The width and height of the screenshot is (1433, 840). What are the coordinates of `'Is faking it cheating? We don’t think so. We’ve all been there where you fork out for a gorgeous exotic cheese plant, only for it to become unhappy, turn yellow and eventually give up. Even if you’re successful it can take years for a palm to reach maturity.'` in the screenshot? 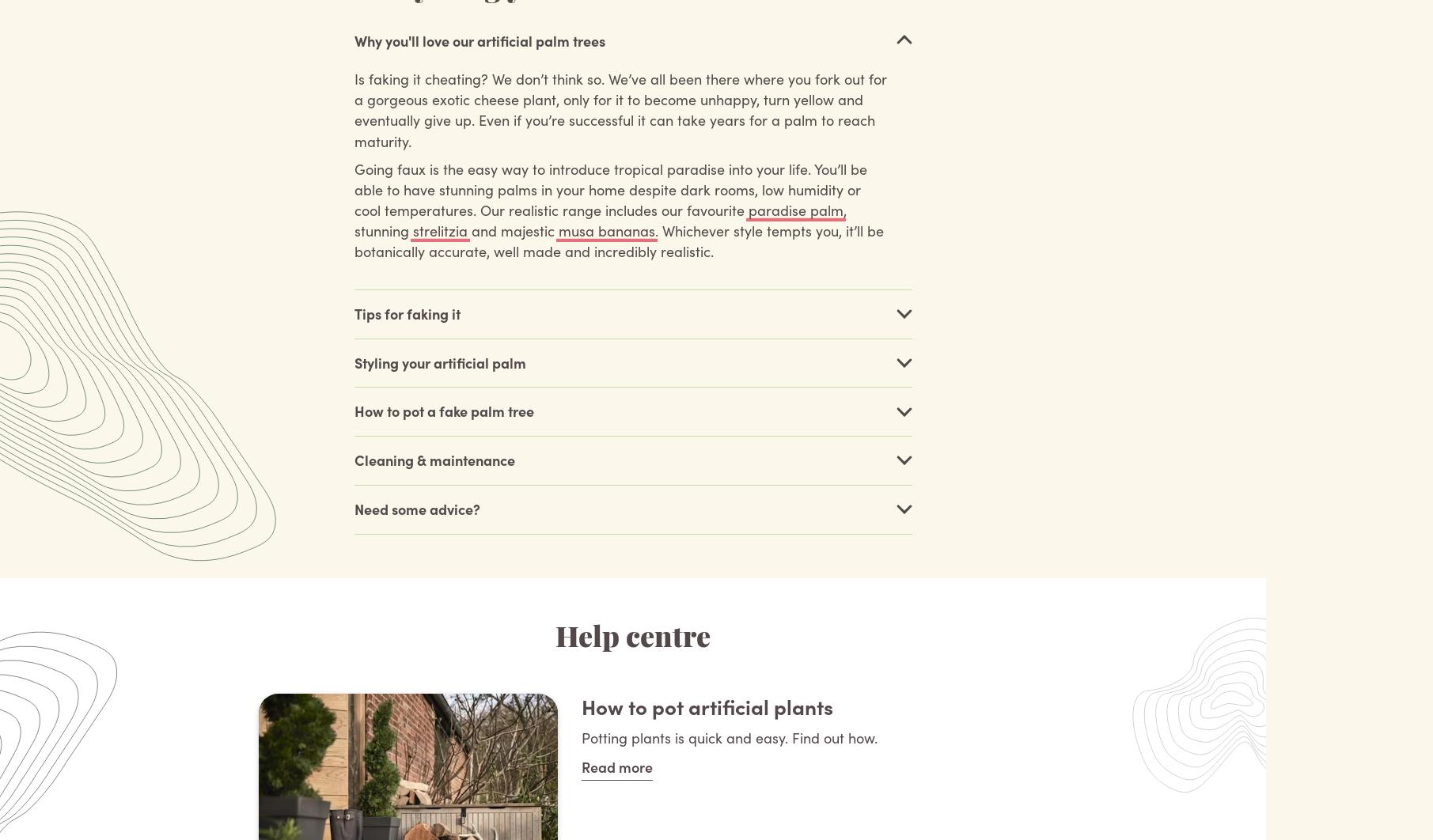 It's located at (619, 109).